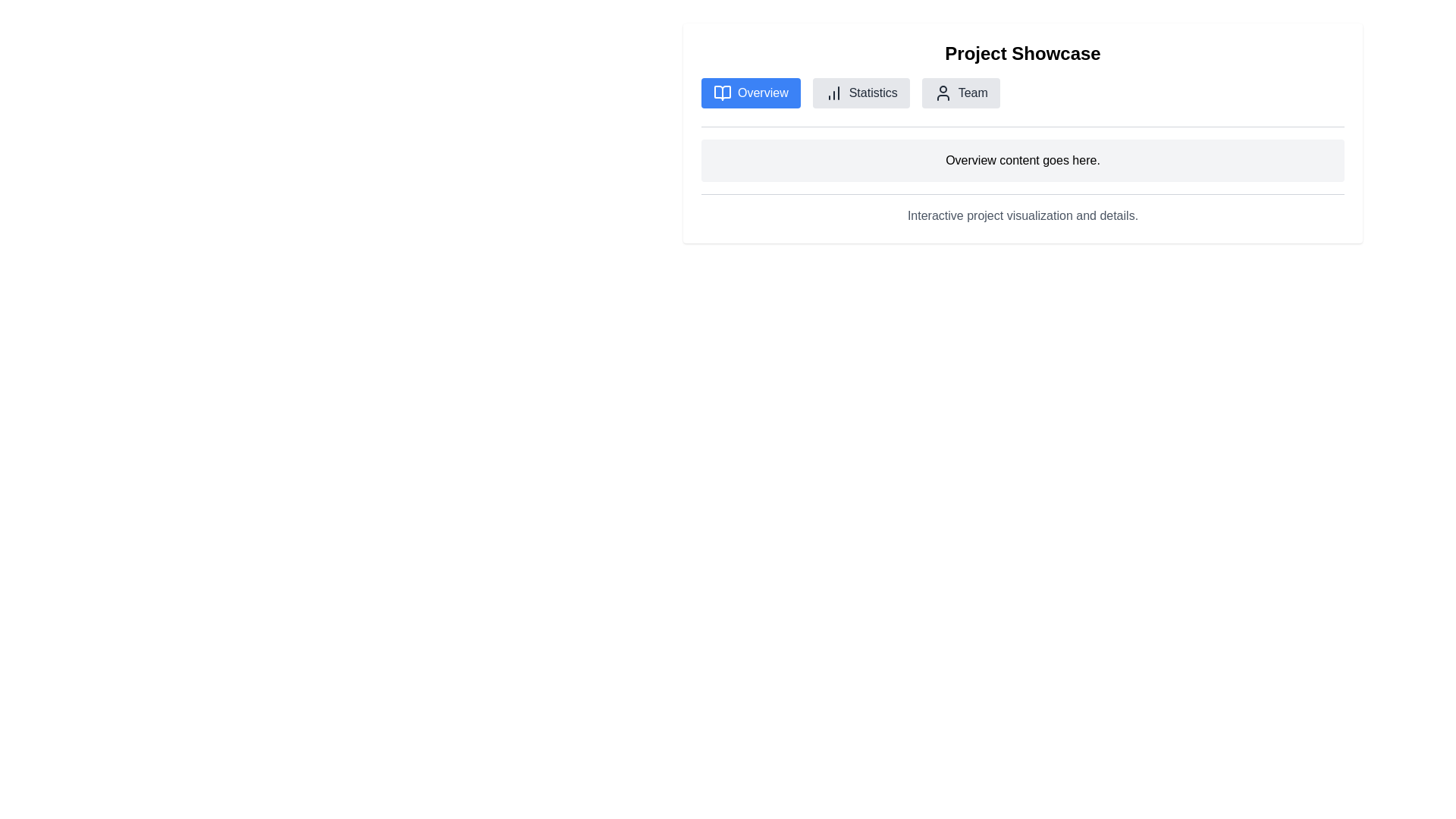 This screenshot has width=1456, height=819. I want to click on the 'Team' button located in the middle of the navigation bar, which is the third button from the left after 'Overview' and 'Statistics', so click(960, 93).